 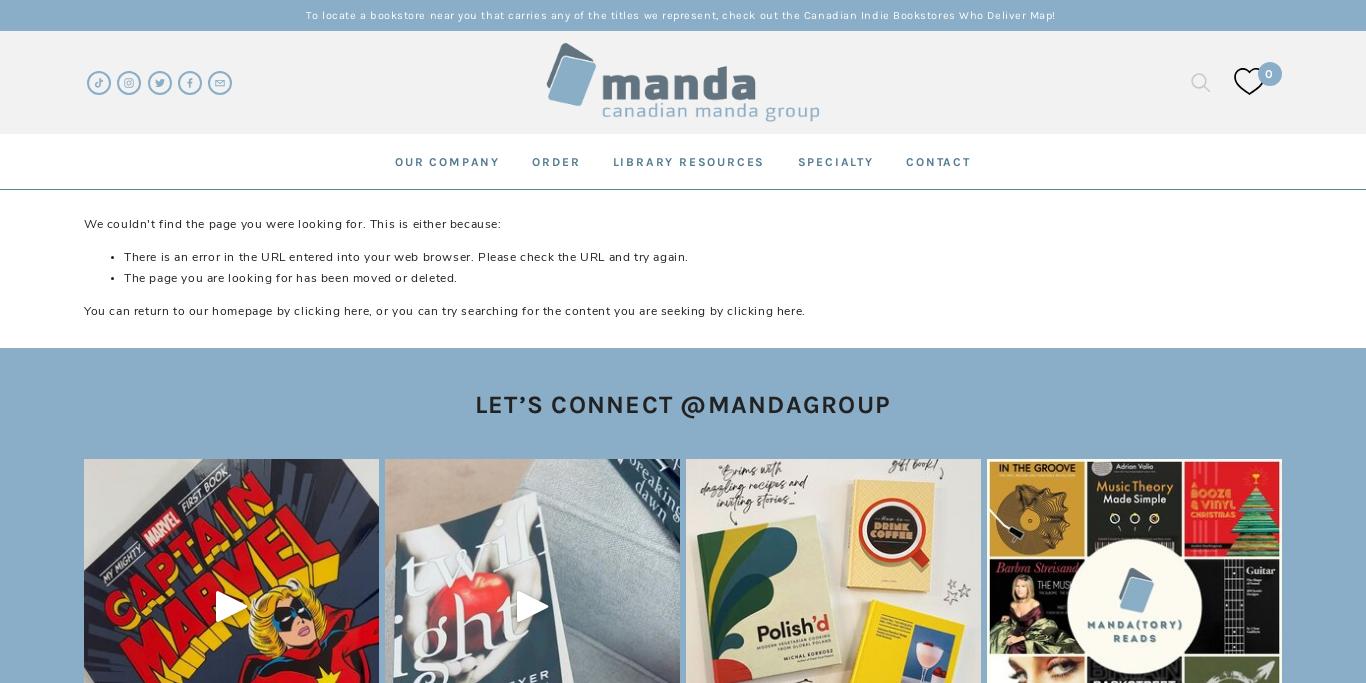 What do you see at coordinates (938, 160) in the screenshot?
I see `'Contact'` at bounding box center [938, 160].